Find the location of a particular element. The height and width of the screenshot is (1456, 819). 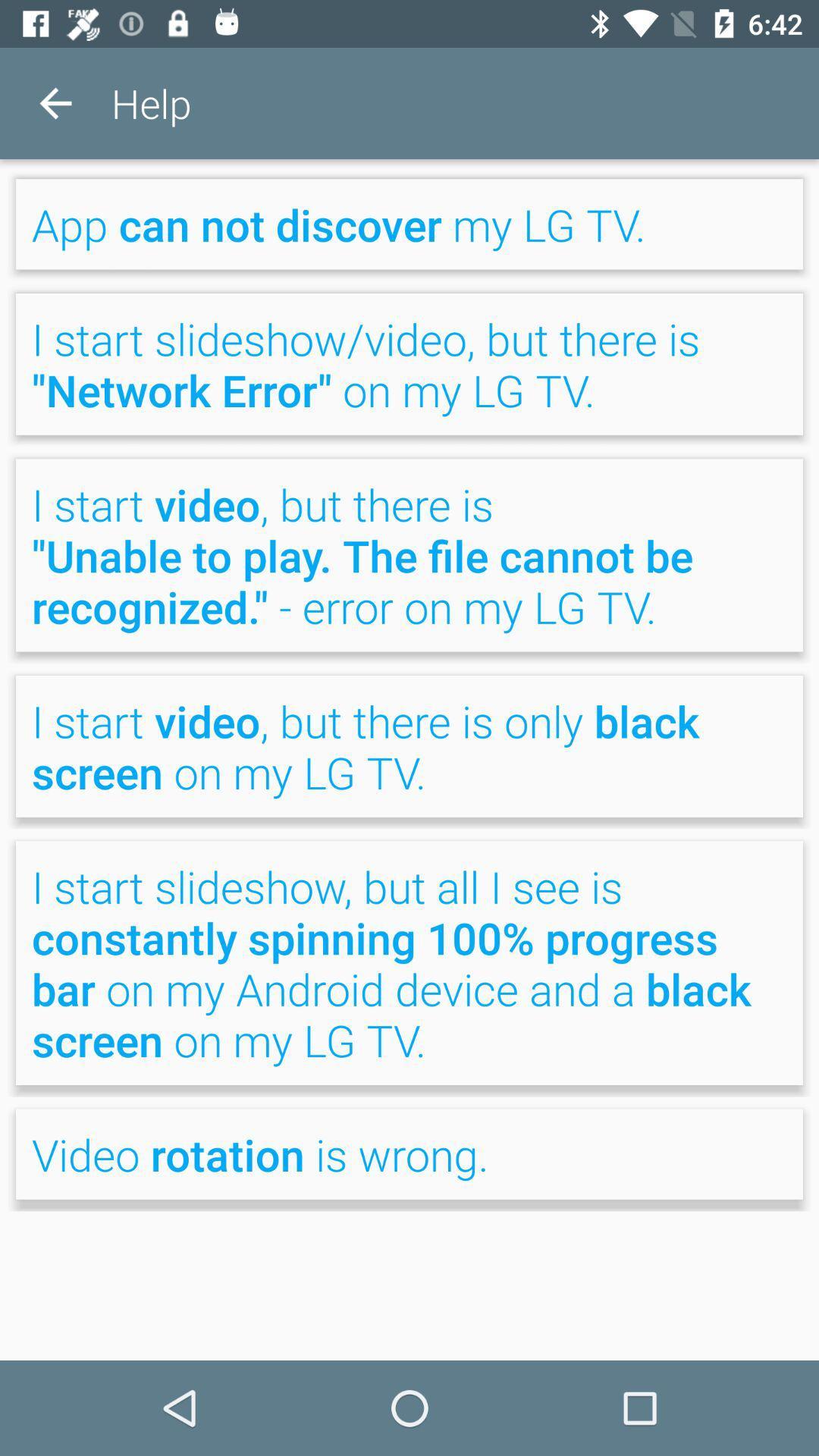

item to the left of the help is located at coordinates (55, 102).